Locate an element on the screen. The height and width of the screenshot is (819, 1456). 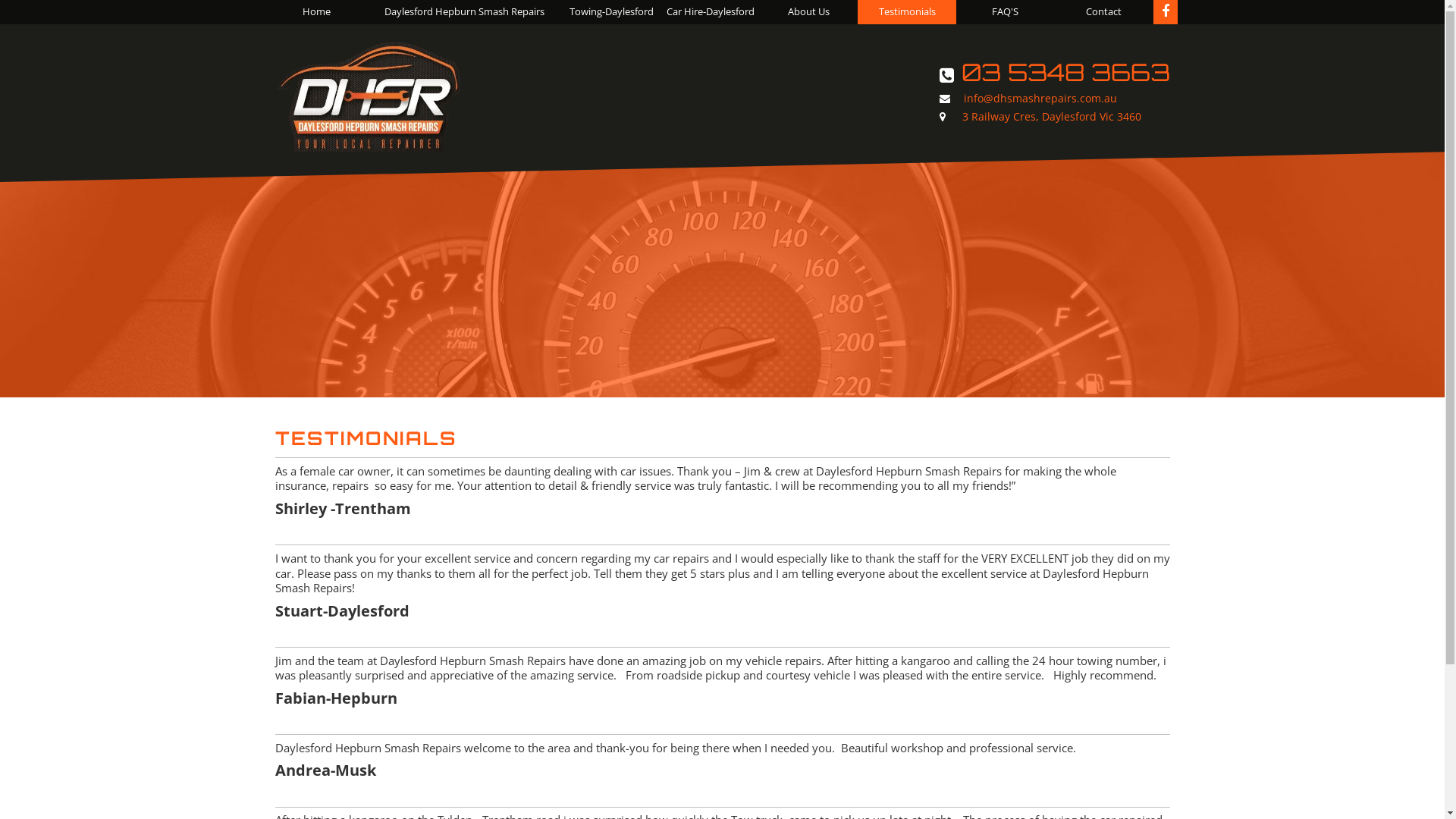
'Daylesford Hepburn Smash Repairs' is located at coordinates (463, 11).